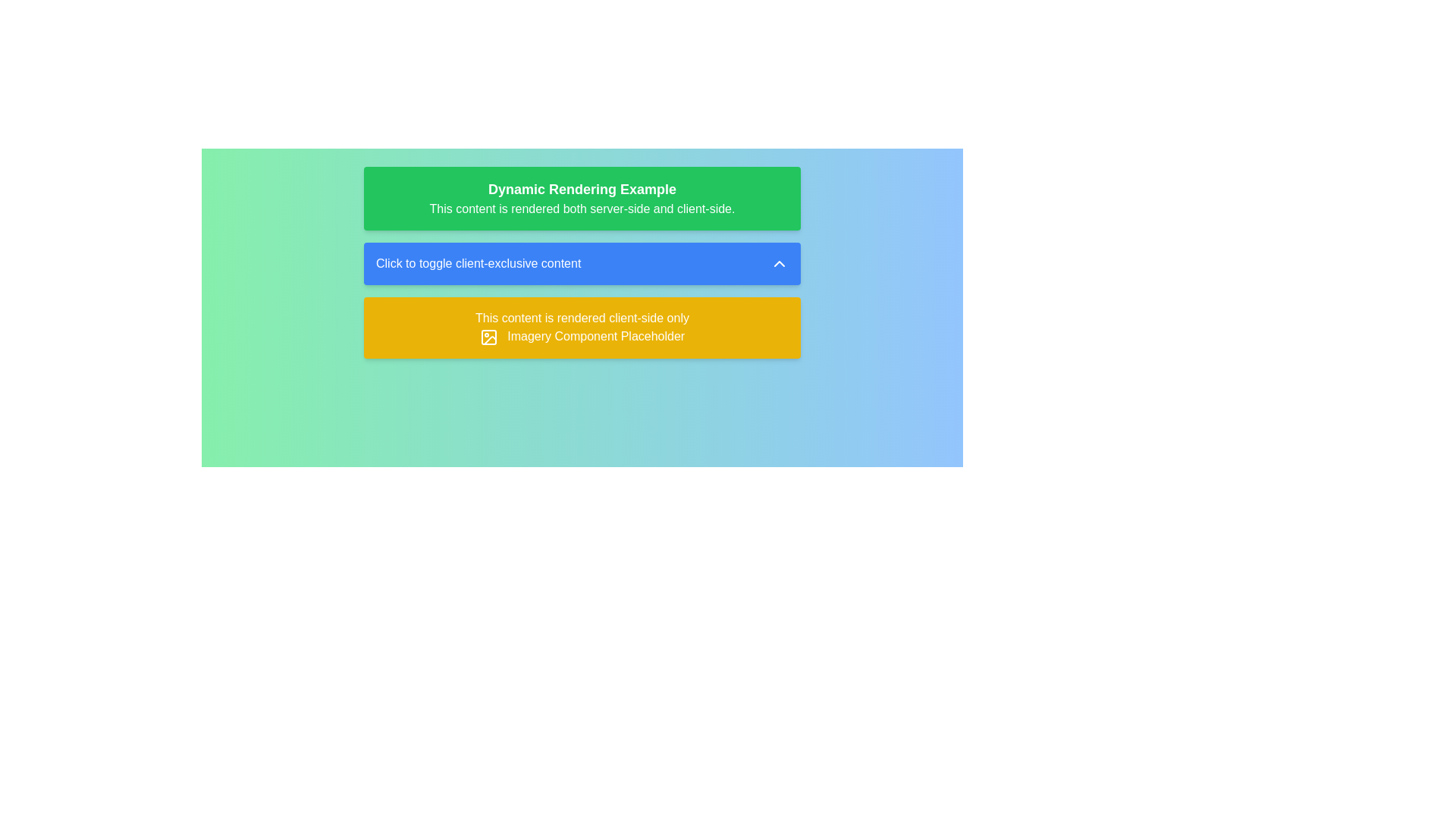  What do you see at coordinates (779, 262) in the screenshot?
I see `the toggle button located in the top-right corner of the blue rectangular section containing the text 'Click to toggle client-exclusive content'` at bounding box center [779, 262].